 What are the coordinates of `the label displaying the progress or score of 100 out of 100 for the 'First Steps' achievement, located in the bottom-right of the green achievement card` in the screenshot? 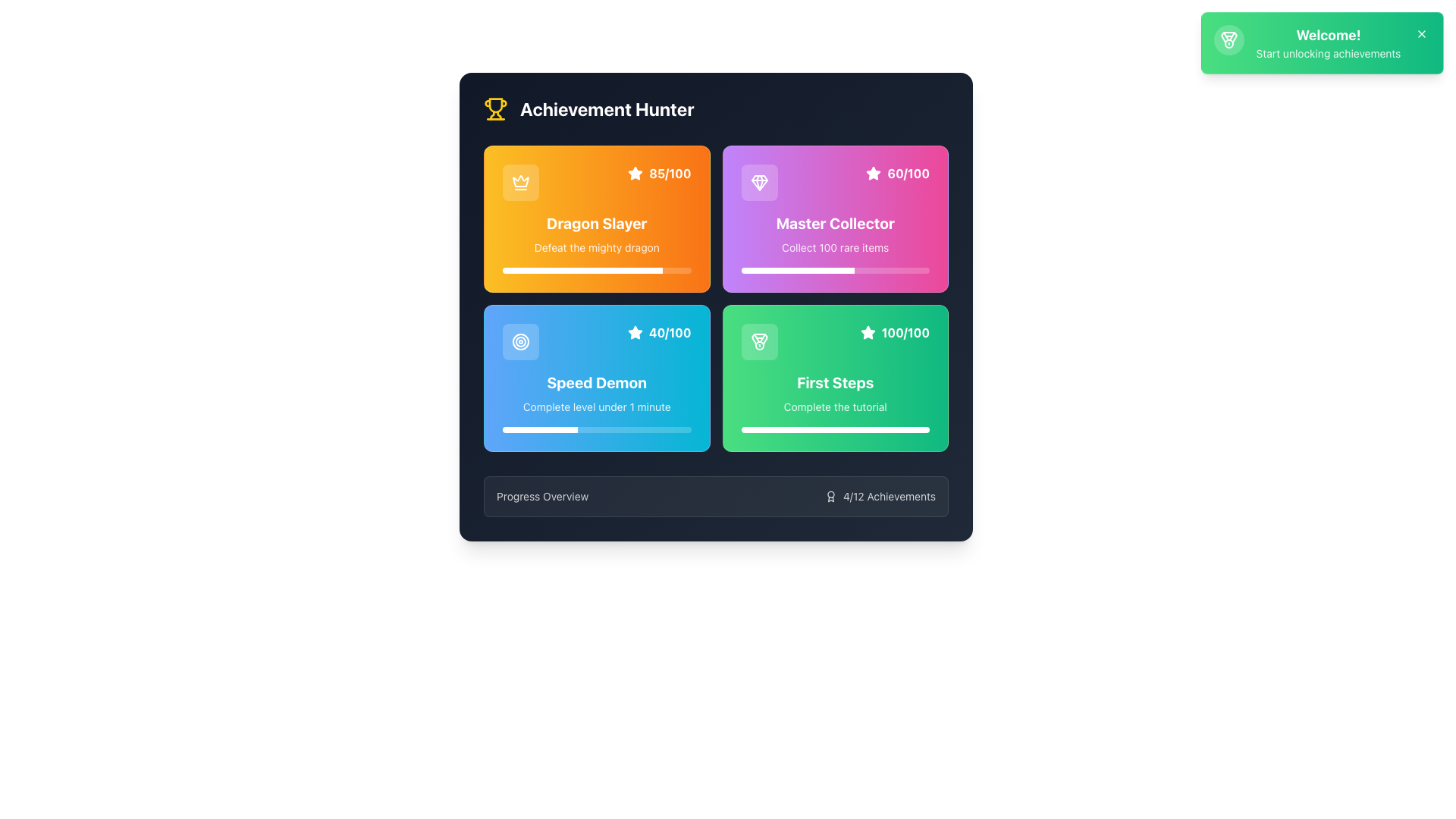 It's located at (895, 332).